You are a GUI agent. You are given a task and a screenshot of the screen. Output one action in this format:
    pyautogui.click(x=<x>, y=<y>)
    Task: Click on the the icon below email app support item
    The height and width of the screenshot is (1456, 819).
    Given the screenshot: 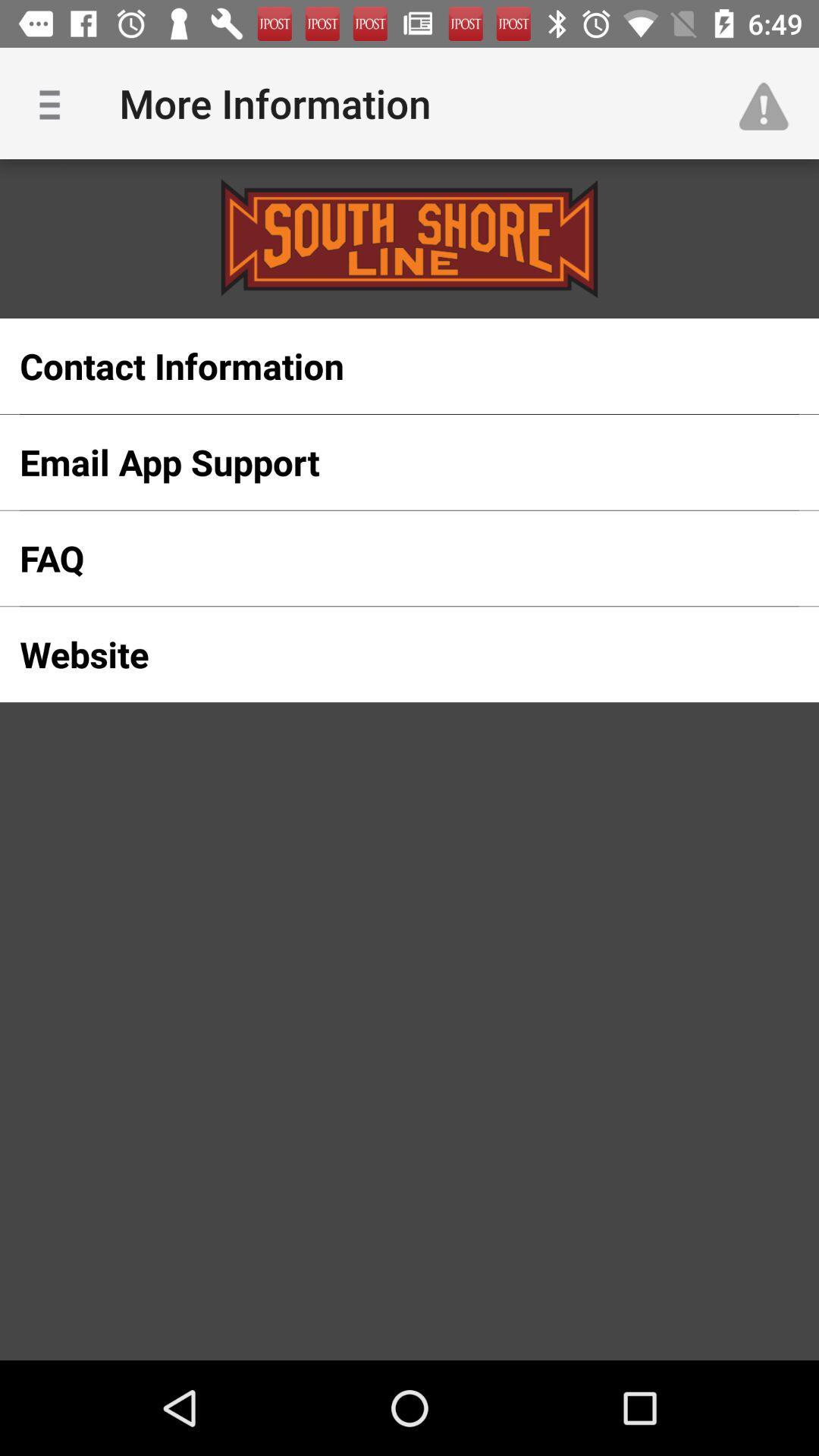 What is the action you would take?
    pyautogui.click(x=384, y=557)
    